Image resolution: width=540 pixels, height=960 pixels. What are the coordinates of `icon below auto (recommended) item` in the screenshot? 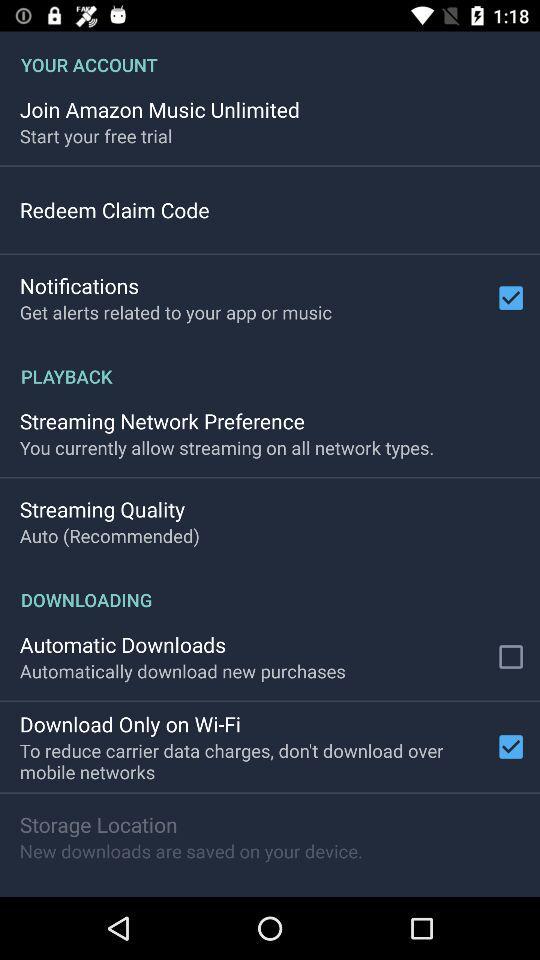 It's located at (270, 589).